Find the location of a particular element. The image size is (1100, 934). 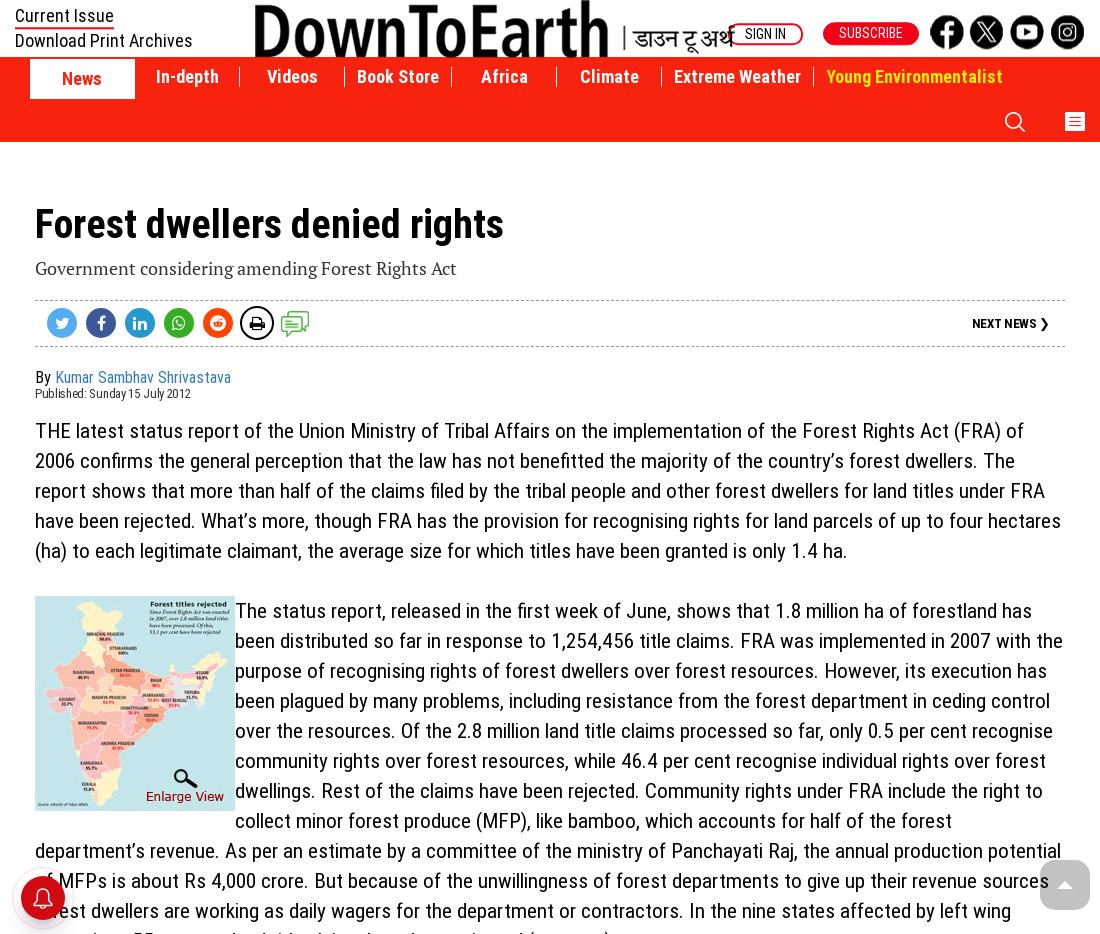

'News' is located at coordinates (61, 78).